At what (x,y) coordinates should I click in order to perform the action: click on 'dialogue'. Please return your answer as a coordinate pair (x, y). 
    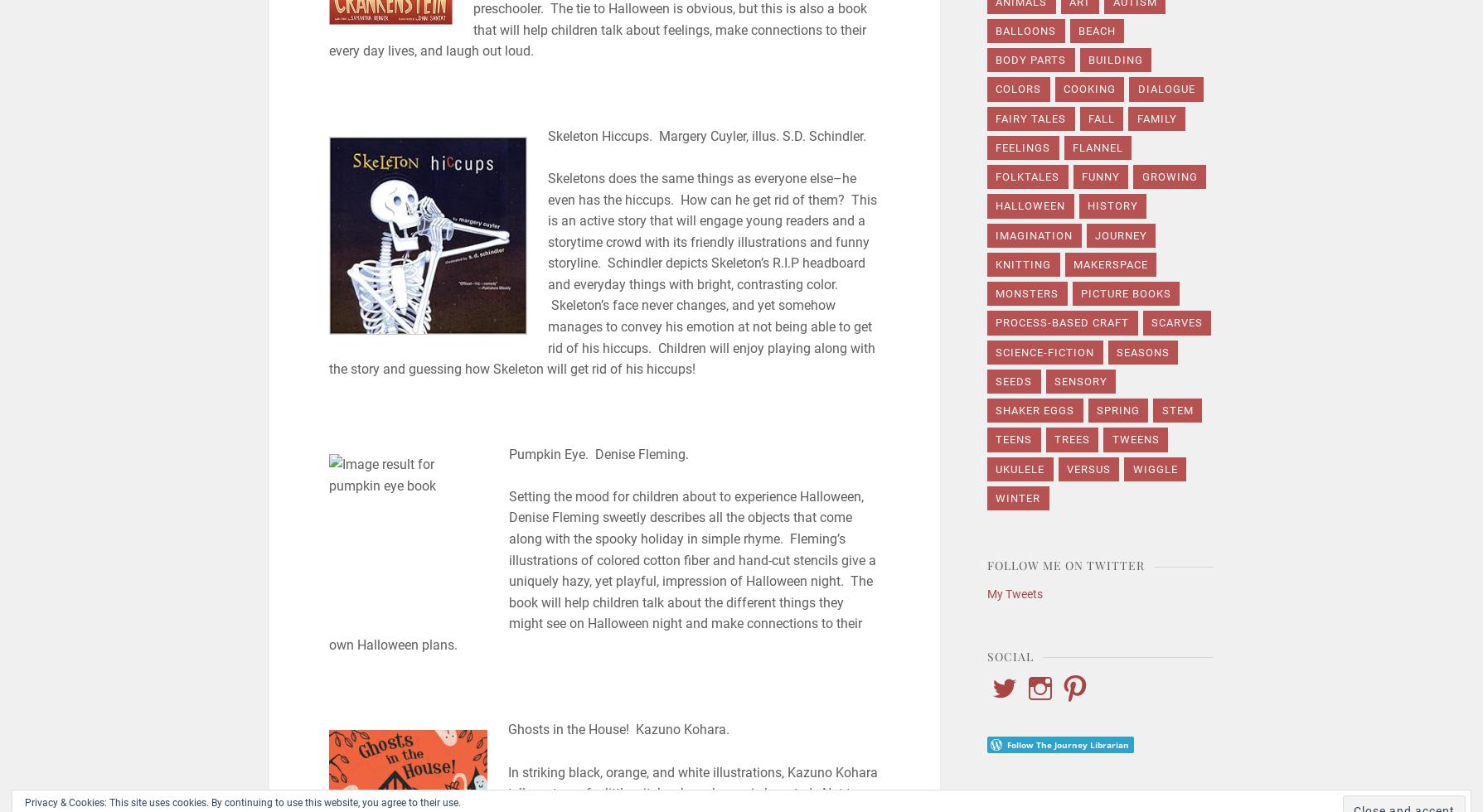
    Looking at the image, I should click on (1166, 89).